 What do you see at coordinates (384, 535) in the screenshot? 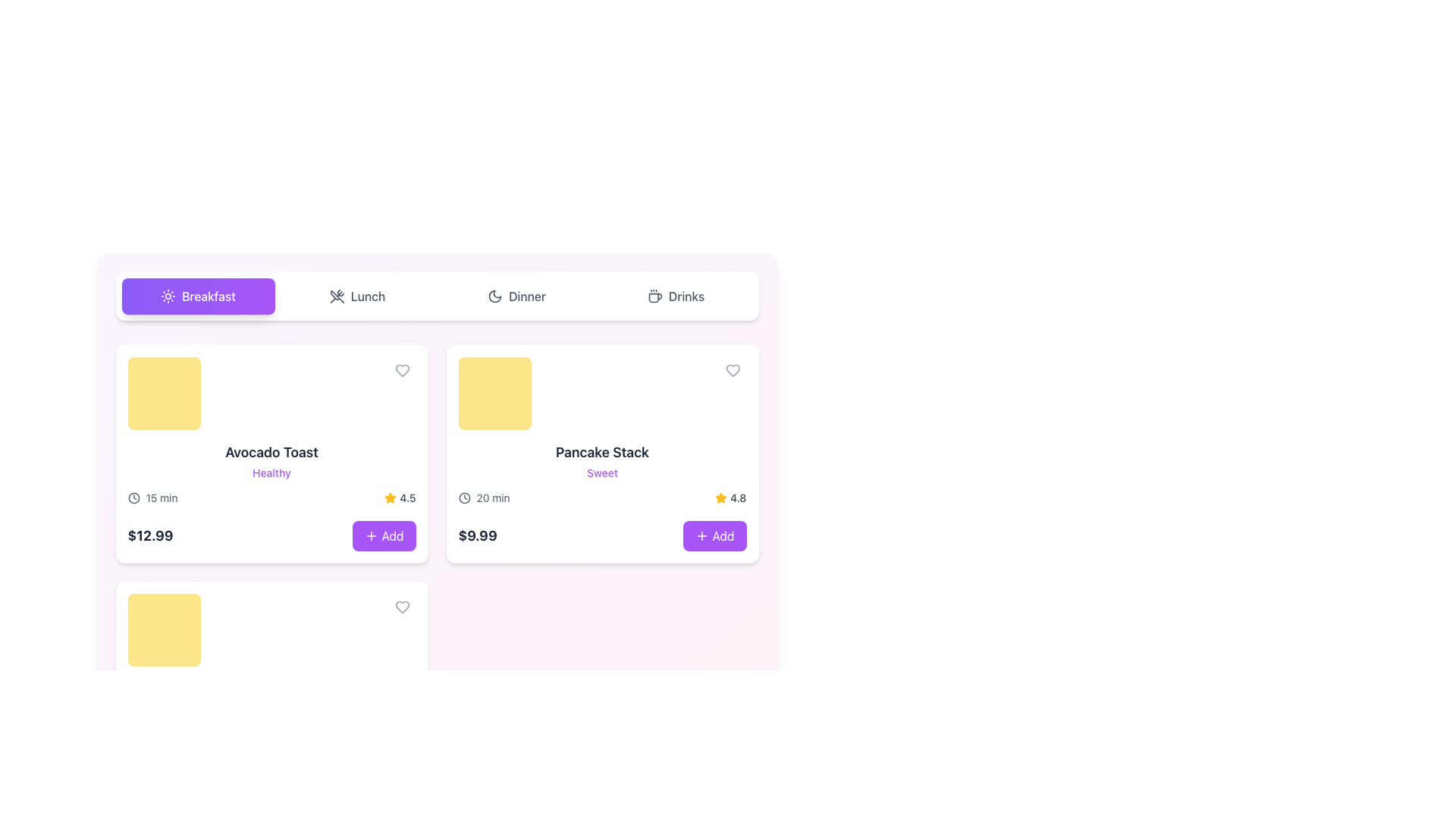
I see `the button that allows the user to add 'Avocado Toast' to their selection, located at the bottom right corner of the first card, below the price label '$12.99'` at bounding box center [384, 535].